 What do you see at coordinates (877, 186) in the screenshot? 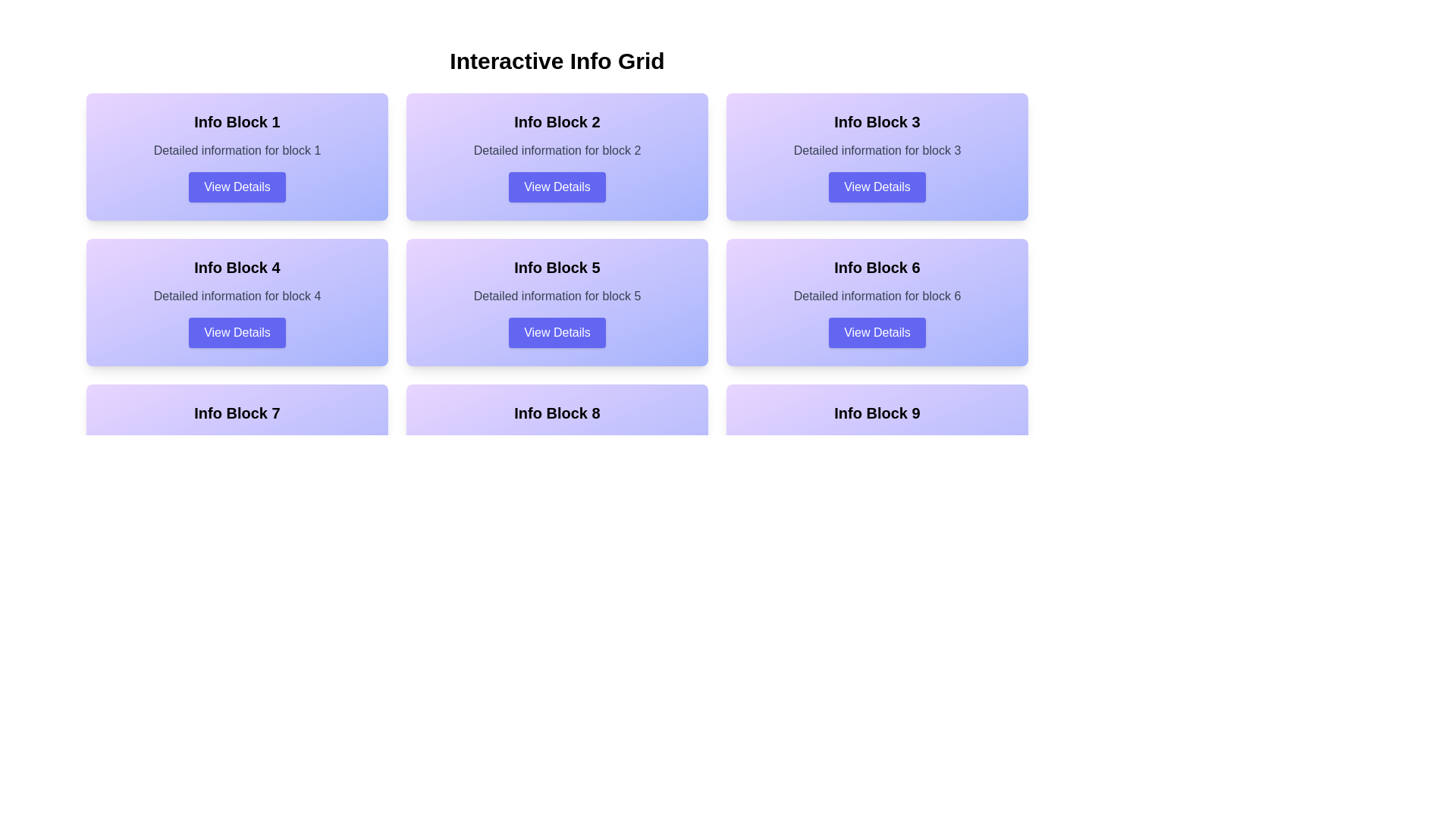
I see `the button located at the bottom of 'Info Block 3'` at bounding box center [877, 186].